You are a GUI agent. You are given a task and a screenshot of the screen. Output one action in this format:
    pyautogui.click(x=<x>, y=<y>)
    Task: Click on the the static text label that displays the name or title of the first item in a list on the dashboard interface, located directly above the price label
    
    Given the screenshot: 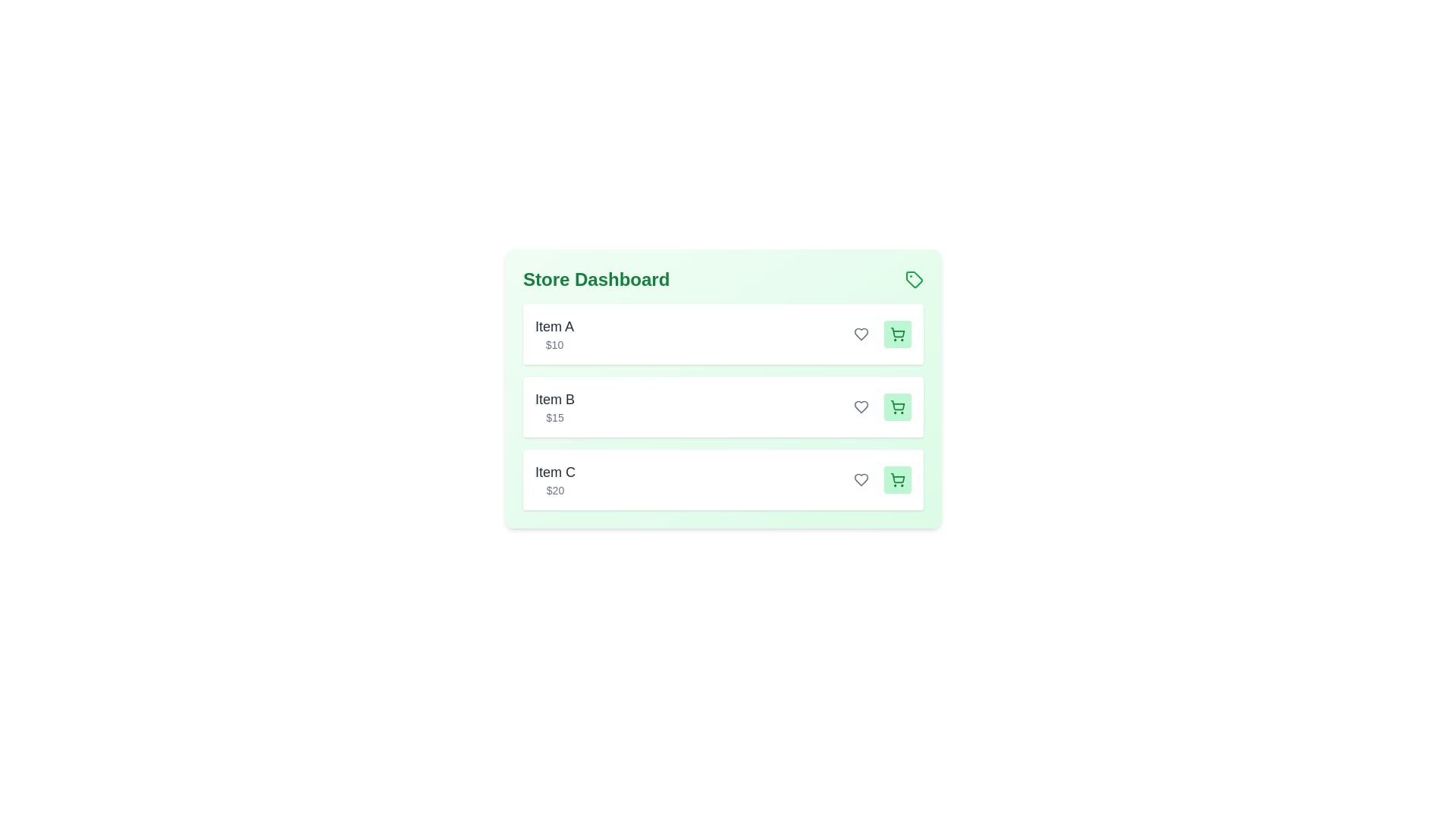 What is the action you would take?
    pyautogui.click(x=554, y=326)
    